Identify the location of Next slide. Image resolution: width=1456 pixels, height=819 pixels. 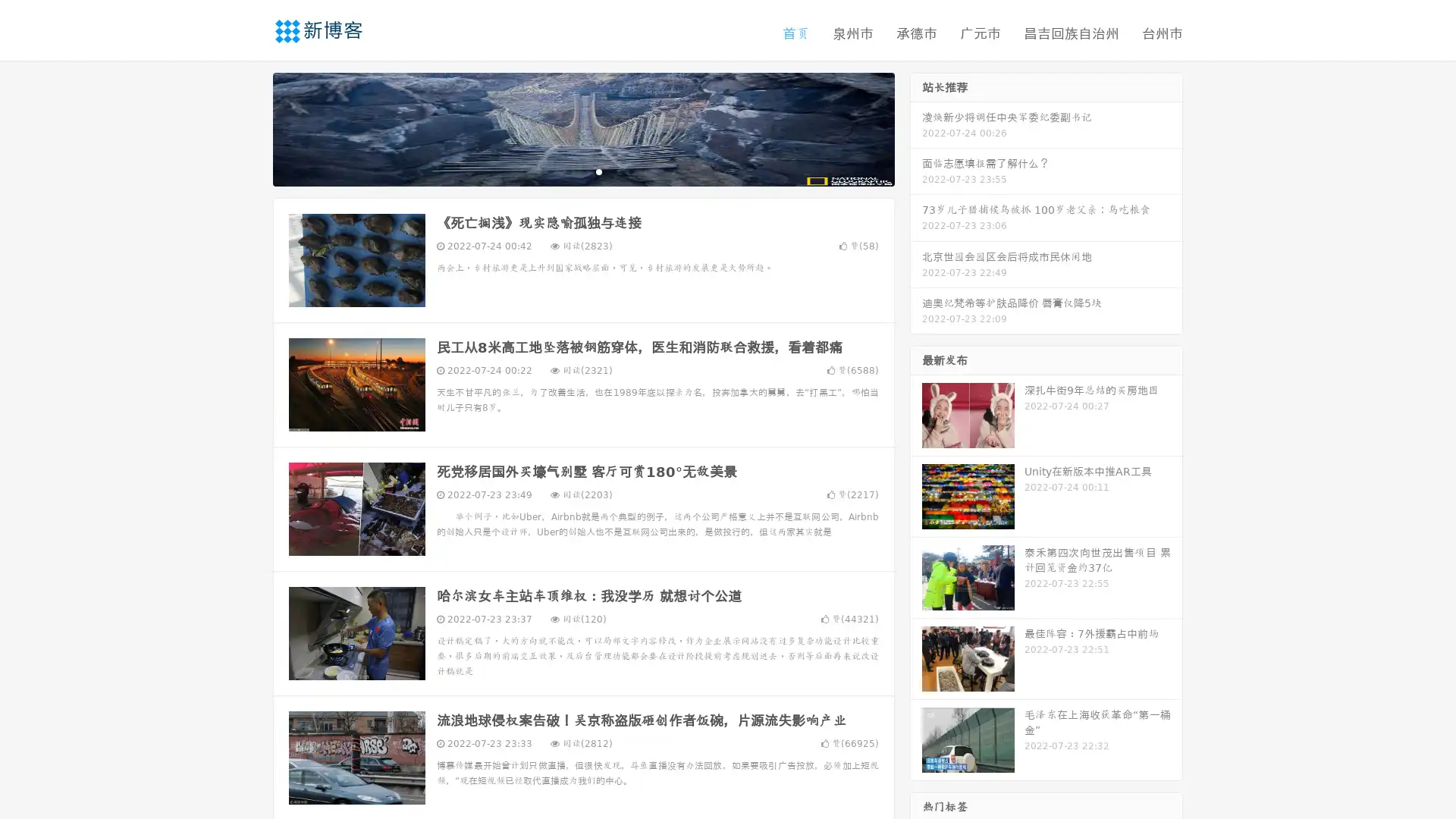
(916, 127).